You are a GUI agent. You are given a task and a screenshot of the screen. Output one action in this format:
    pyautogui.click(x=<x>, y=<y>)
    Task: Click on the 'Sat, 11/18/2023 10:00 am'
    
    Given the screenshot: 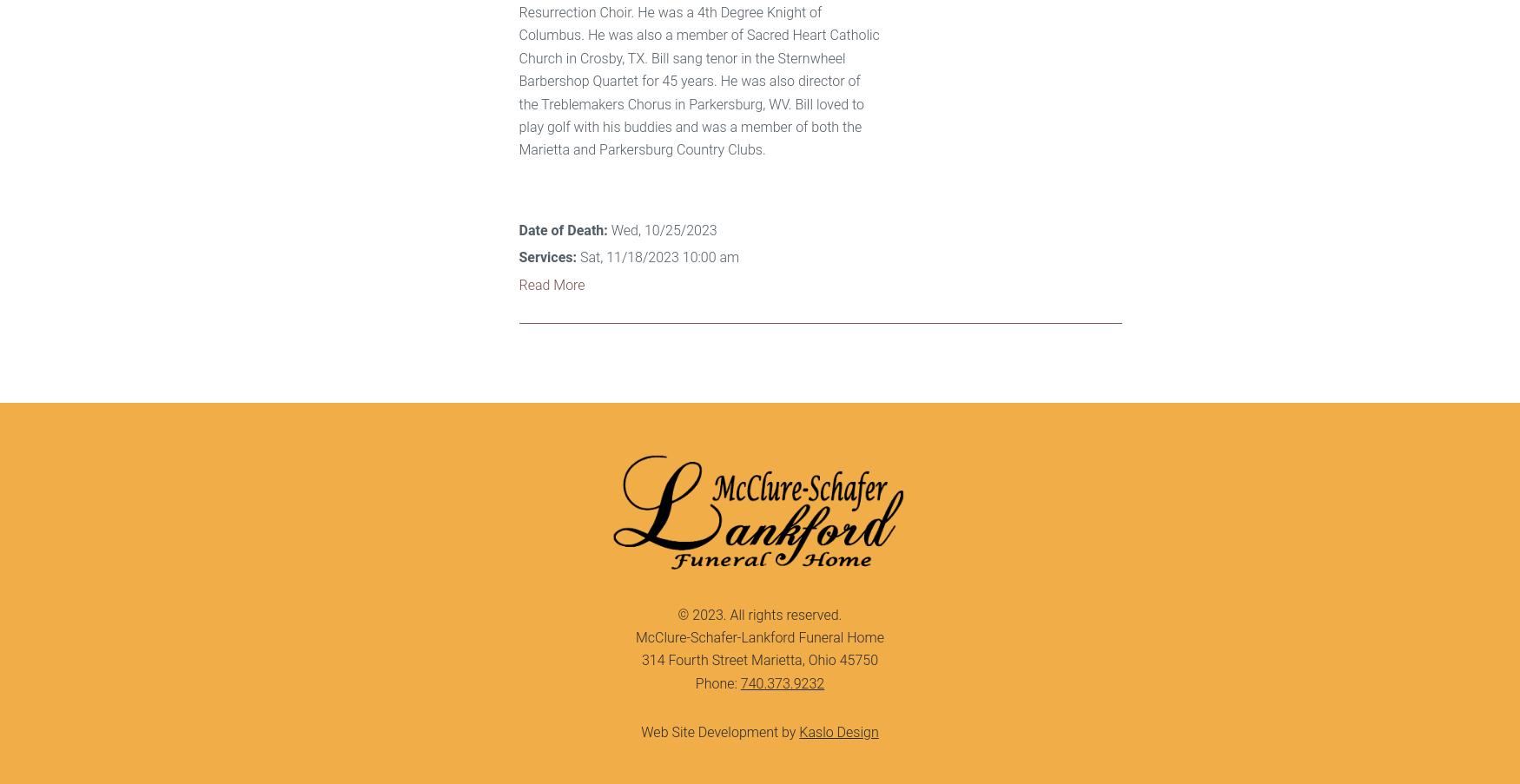 What is the action you would take?
    pyautogui.click(x=657, y=256)
    